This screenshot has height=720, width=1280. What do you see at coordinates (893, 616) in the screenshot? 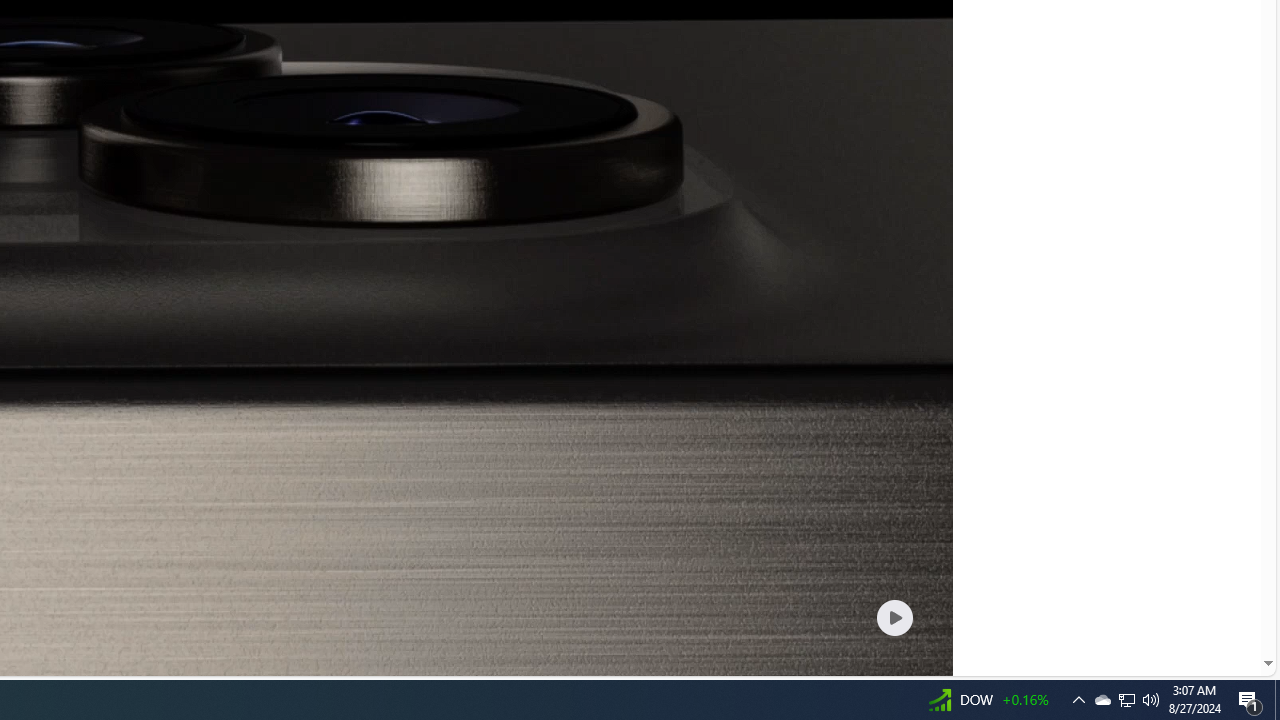
I see `'Play welcome animation video'` at bounding box center [893, 616].